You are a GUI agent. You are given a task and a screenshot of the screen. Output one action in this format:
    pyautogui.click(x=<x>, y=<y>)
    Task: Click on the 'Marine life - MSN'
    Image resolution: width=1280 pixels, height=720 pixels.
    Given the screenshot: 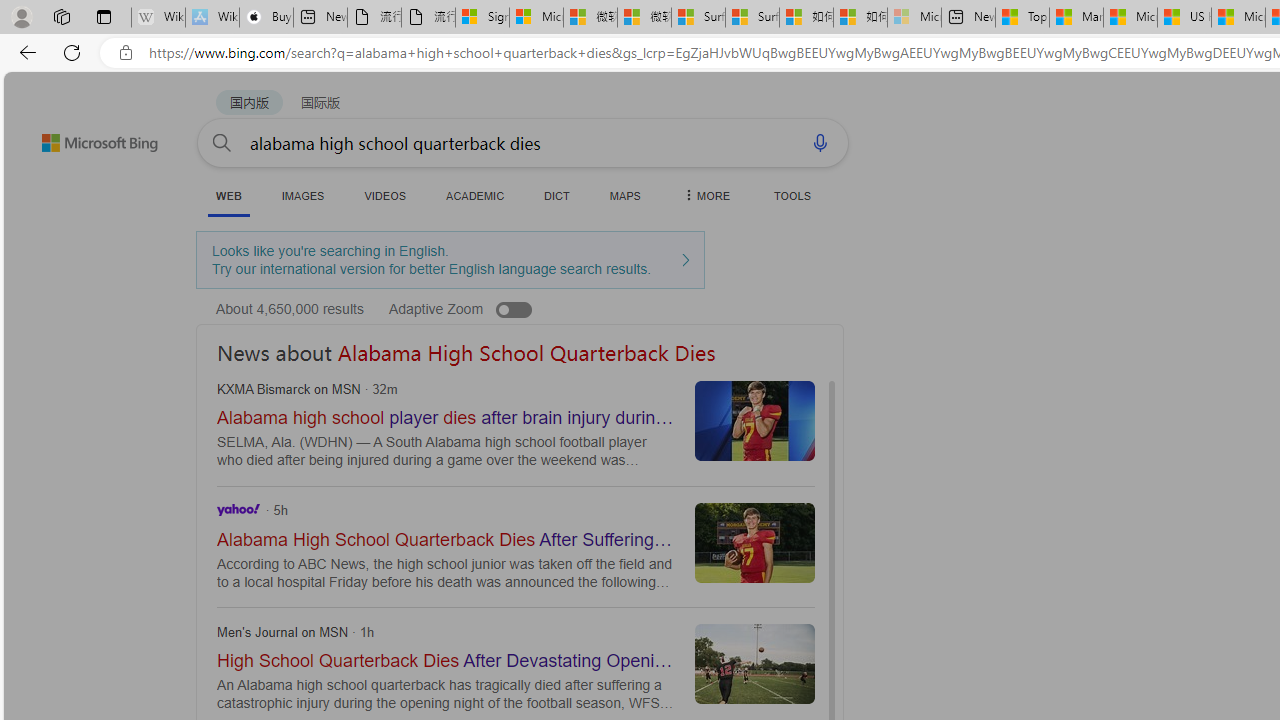 What is the action you would take?
    pyautogui.click(x=1075, y=17)
    